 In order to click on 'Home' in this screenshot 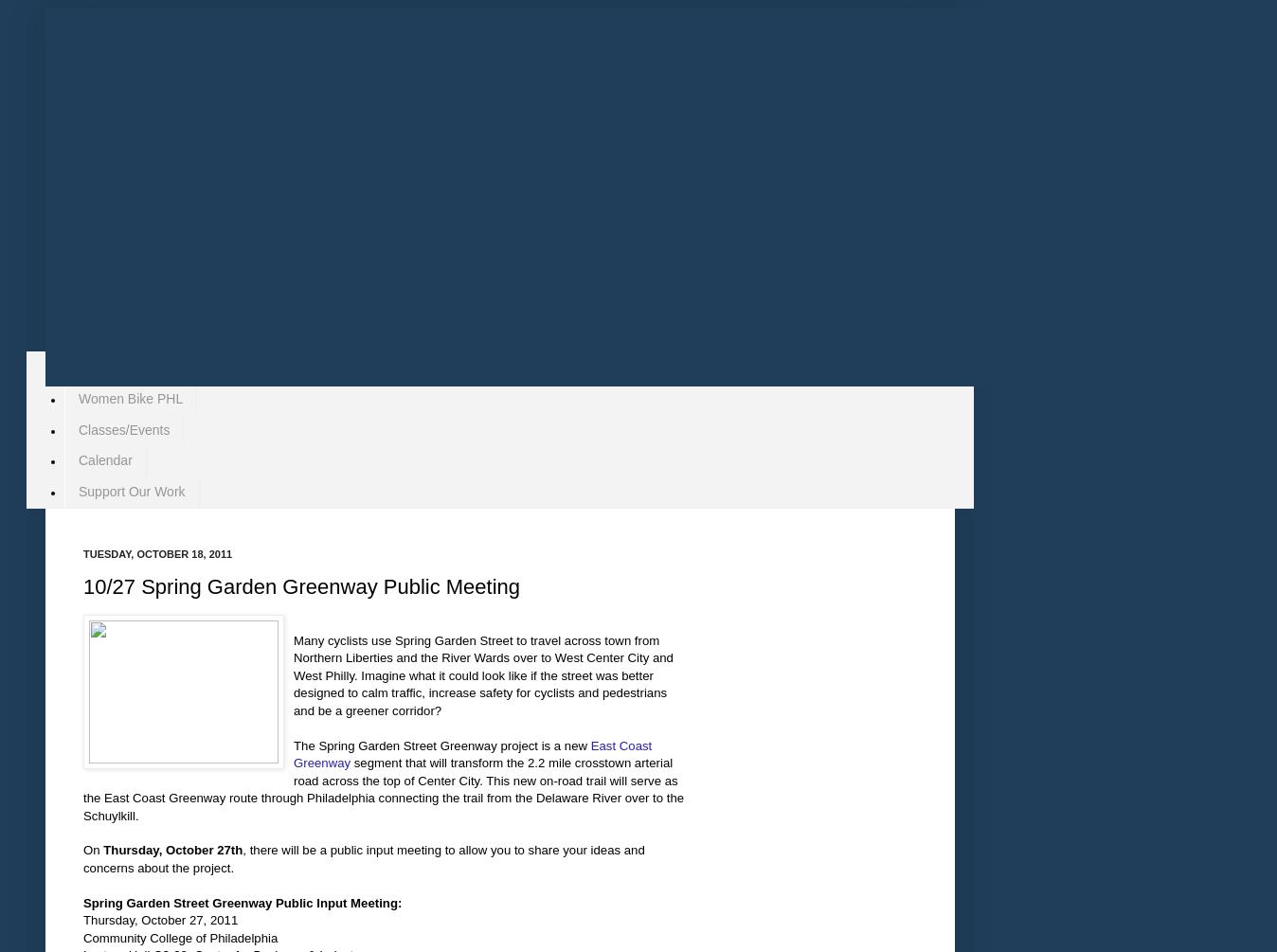, I will do `click(94, 367)`.